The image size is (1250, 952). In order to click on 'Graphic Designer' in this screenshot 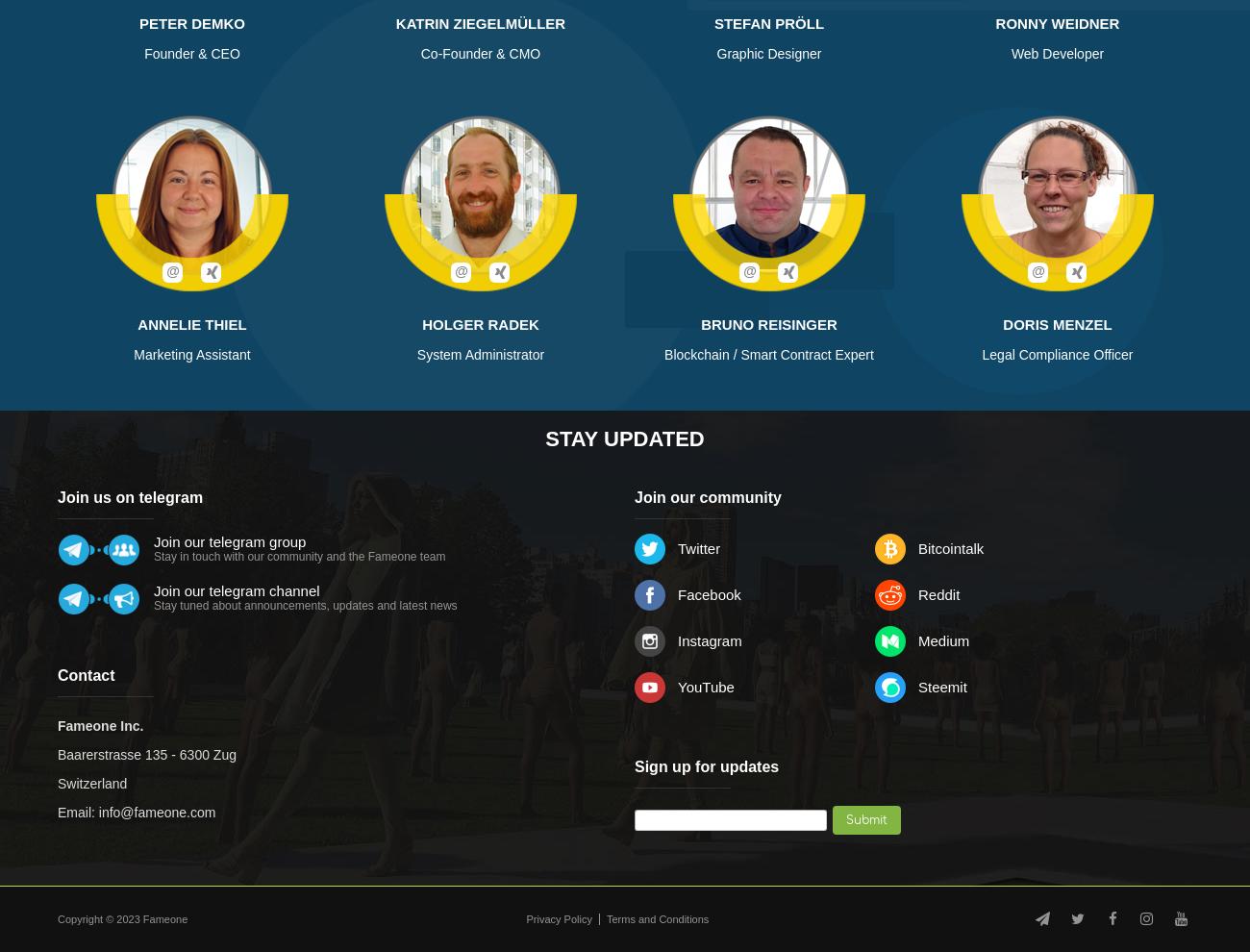, I will do `click(767, 54)`.